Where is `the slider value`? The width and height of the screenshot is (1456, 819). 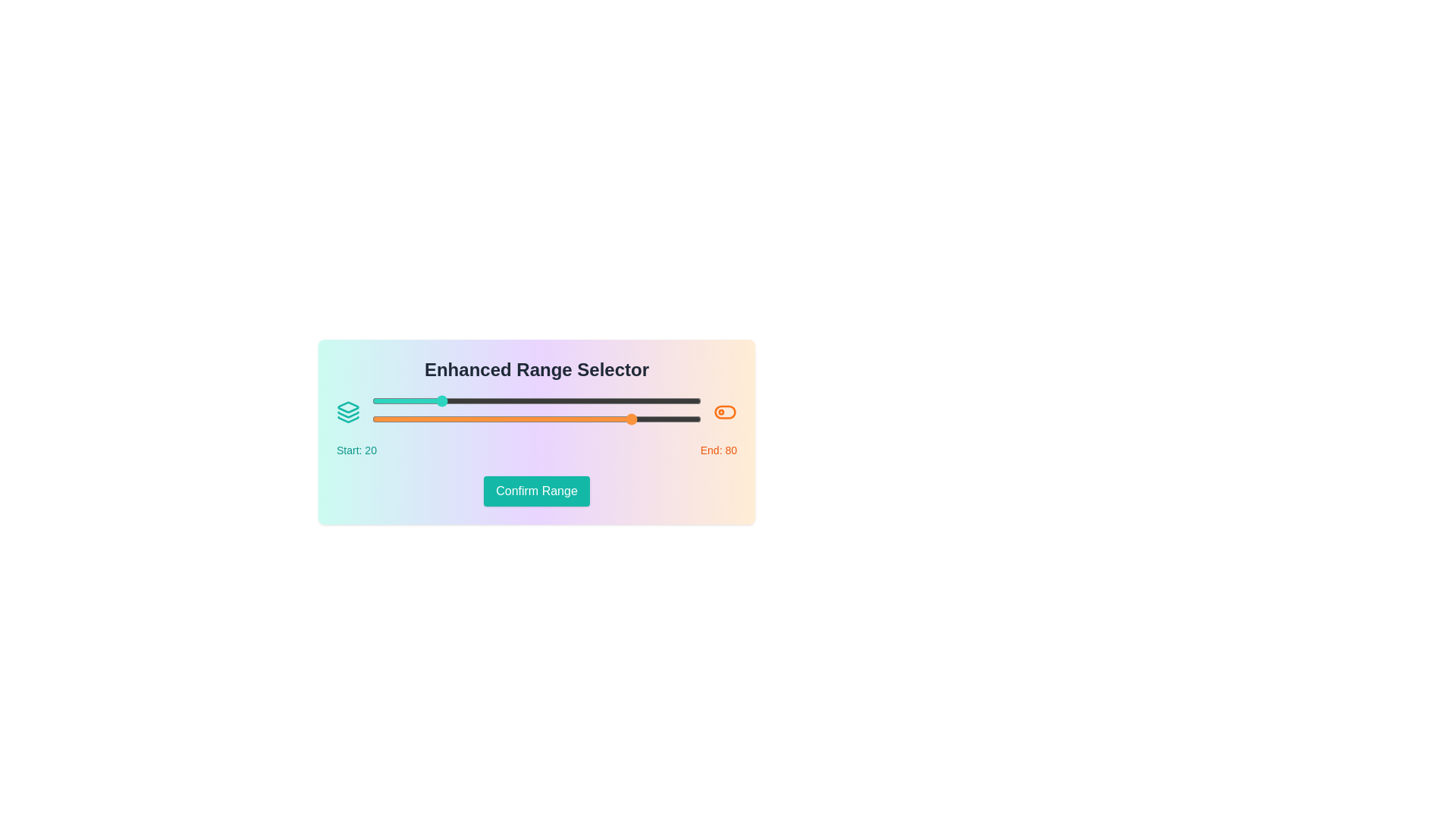
the slider value is located at coordinates (585, 419).